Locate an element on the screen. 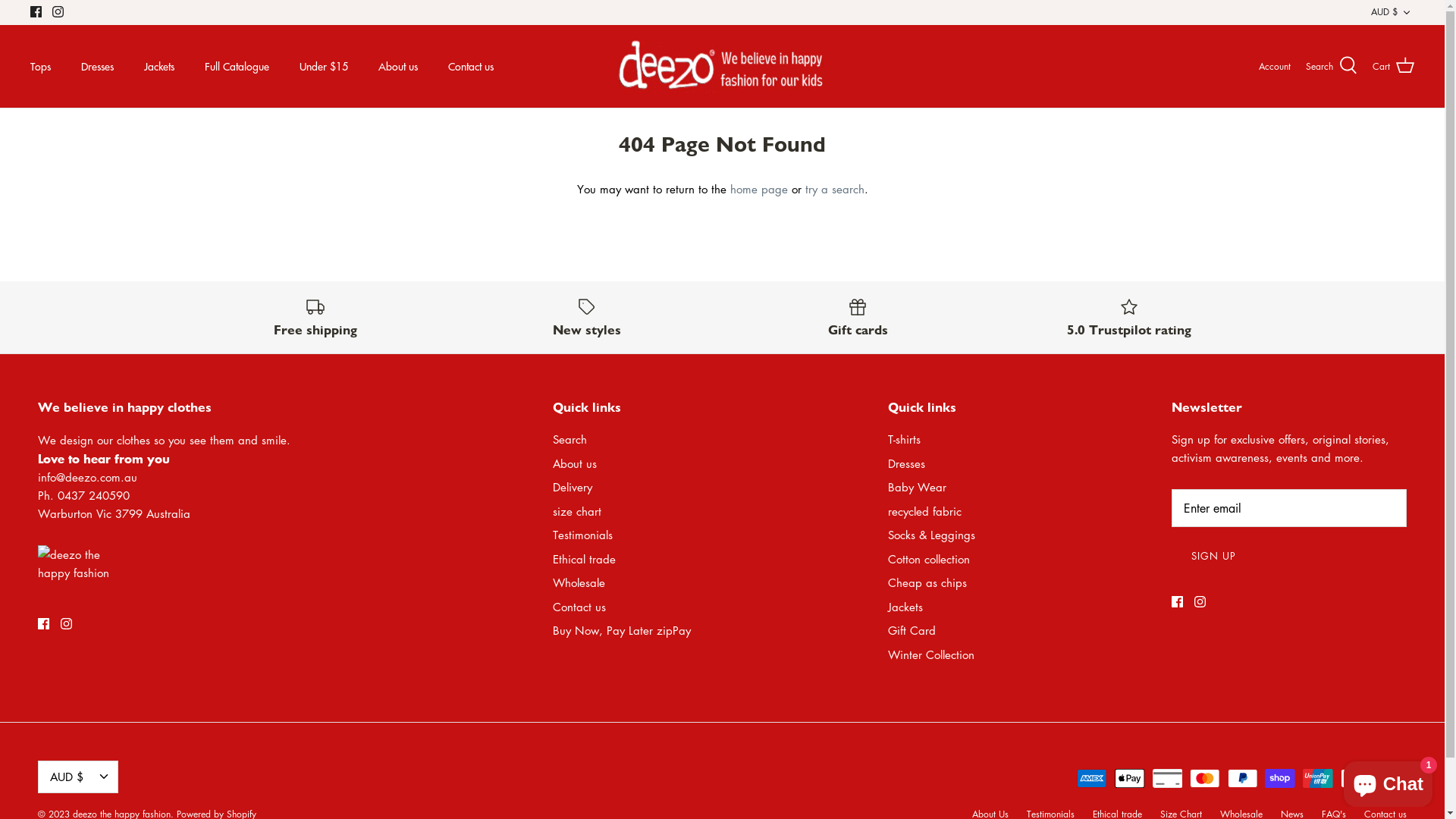 This screenshot has width=1456, height=819. 'info@deezo.com.au' is located at coordinates (86, 475).